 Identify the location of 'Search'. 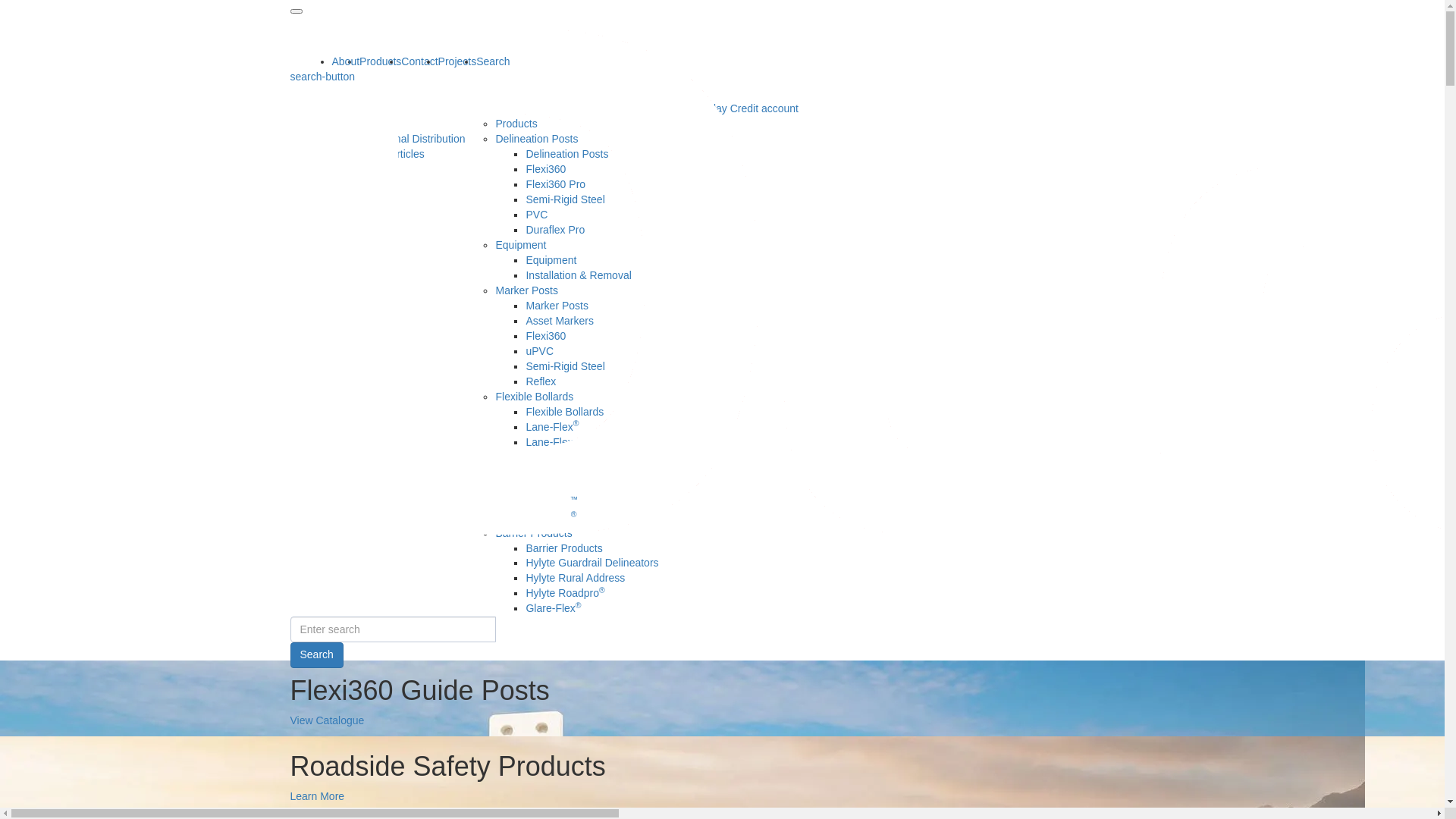
(492, 61).